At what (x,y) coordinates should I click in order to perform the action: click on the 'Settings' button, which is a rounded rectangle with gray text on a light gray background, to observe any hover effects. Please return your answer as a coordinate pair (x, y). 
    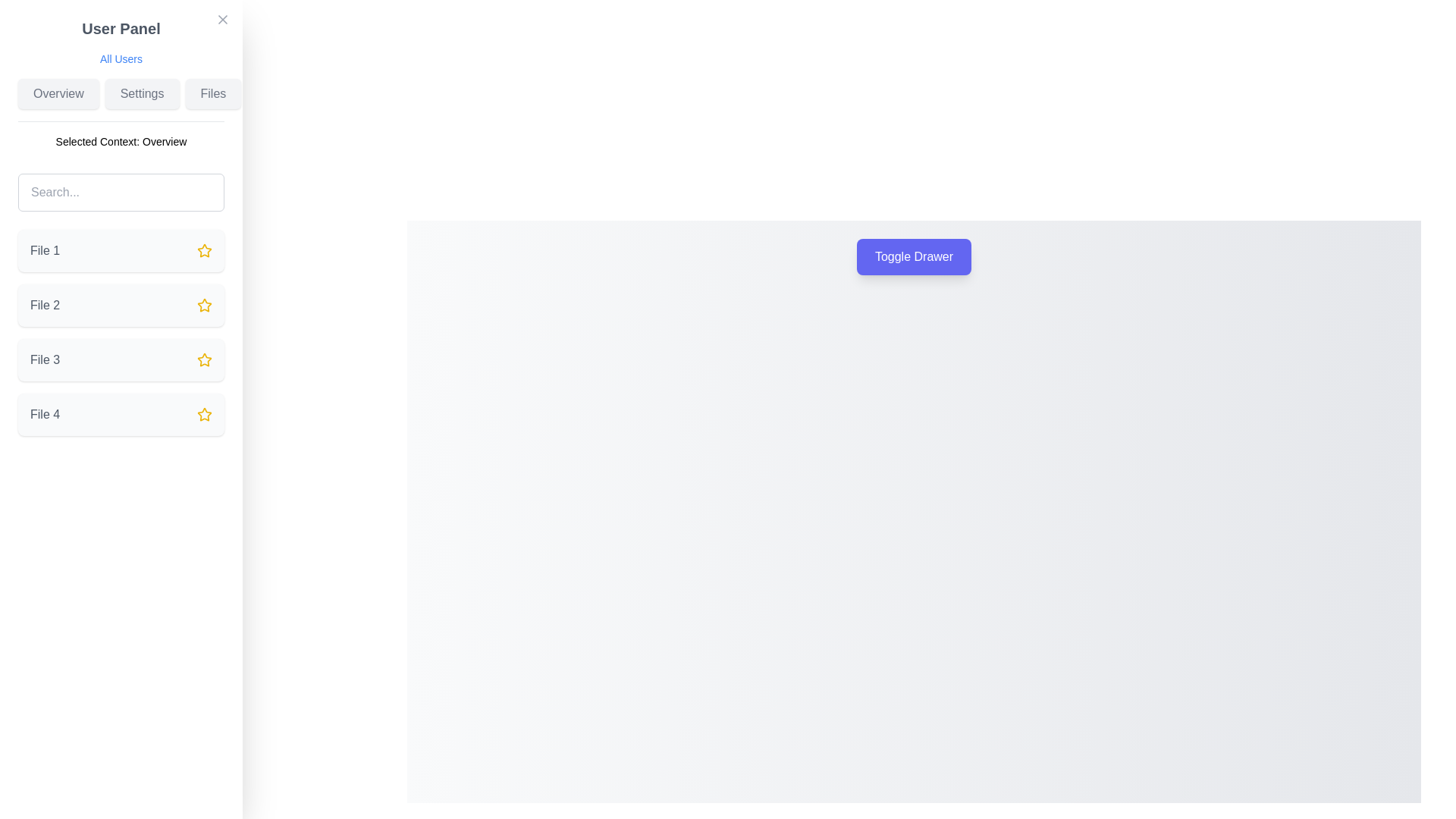
    Looking at the image, I should click on (142, 93).